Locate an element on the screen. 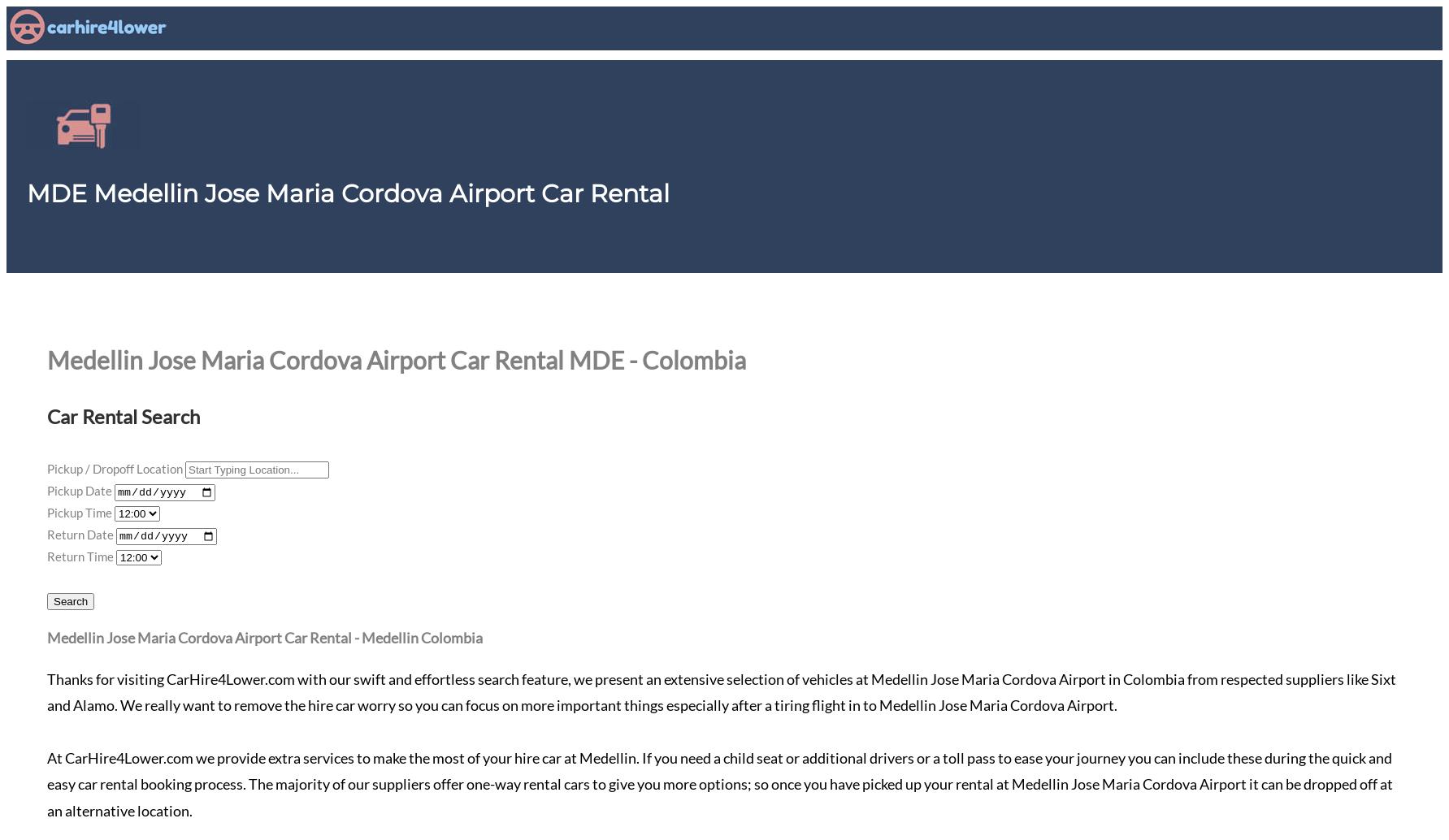 Image resolution: width=1449 pixels, height=840 pixels. 'Thanks for visiting CarHire4Lower.com with our swift and effortless search feature, we present an extensive selection of vehicles at Medellin Jose Maria Cordova Airport in Colombia from respected suppliers like Sixt and Alamo. We really want to remove the hire car worry so you can focus on more important things especially after a tiring flight in to Medellin Jose Maria Cordova Airport.' is located at coordinates (721, 691).